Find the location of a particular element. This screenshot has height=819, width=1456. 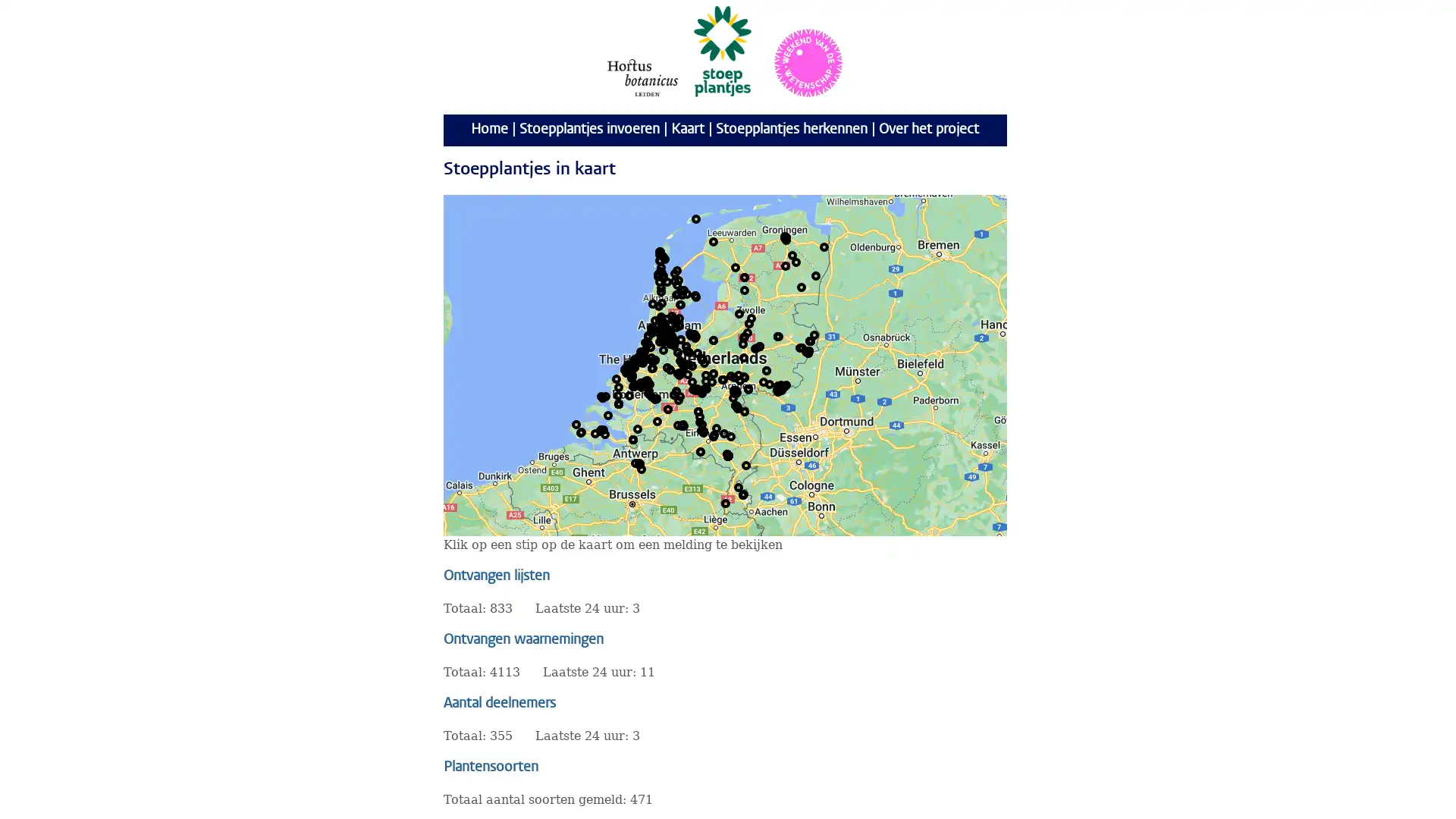

Telling van M. de Wit op 31 oktober 2021 is located at coordinates (748, 388).